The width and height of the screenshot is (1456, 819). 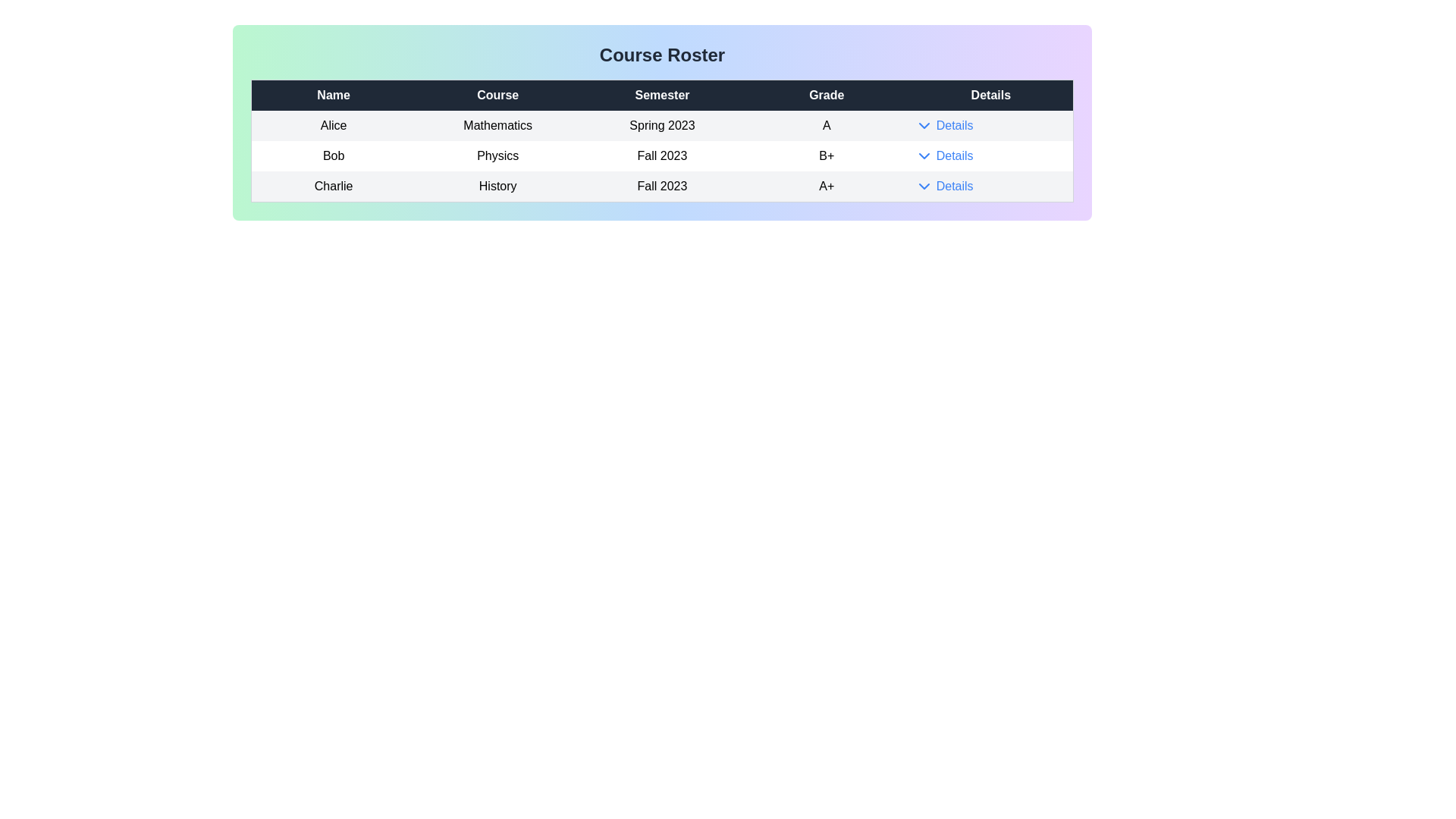 I want to click on text of the course name label located in the second column of the 'Course Roster' table, positioned between the 'Alice' label and the 'Spring 2023' label, so click(x=497, y=124).